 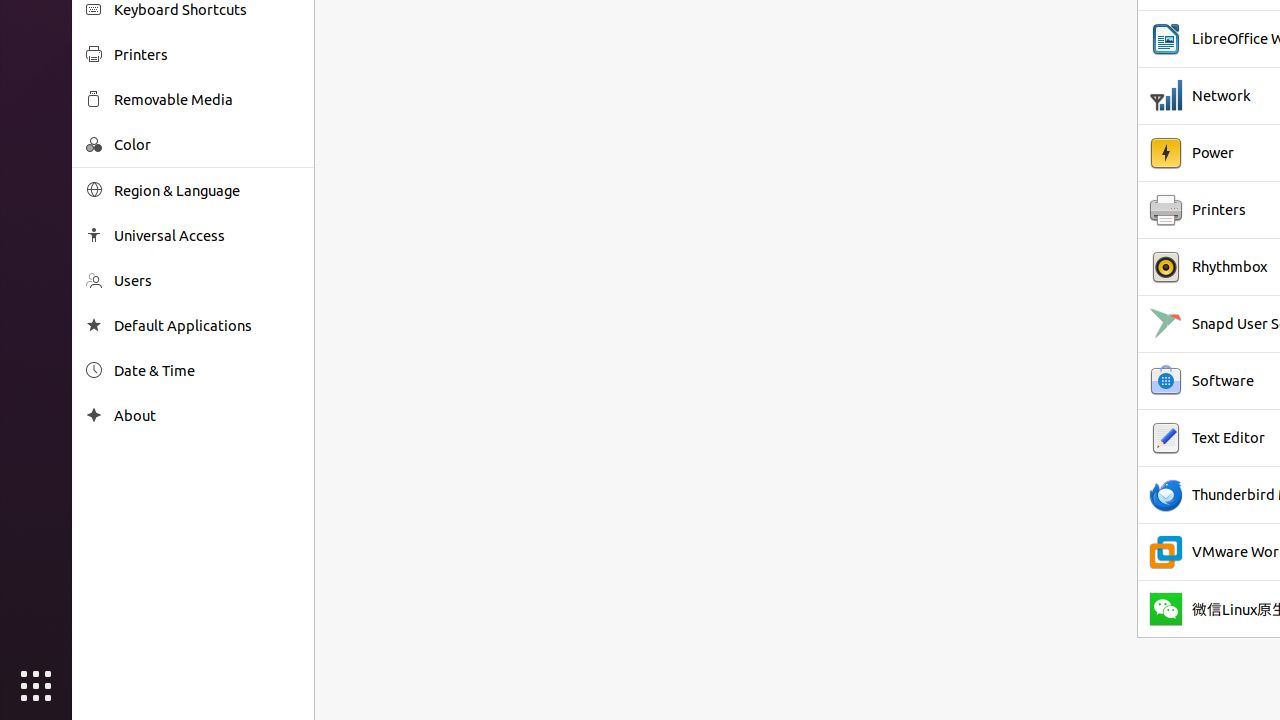 What do you see at coordinates (206, 190) in the screenshot?
I see `'Region & Language'` at bounding box center [206, 190].